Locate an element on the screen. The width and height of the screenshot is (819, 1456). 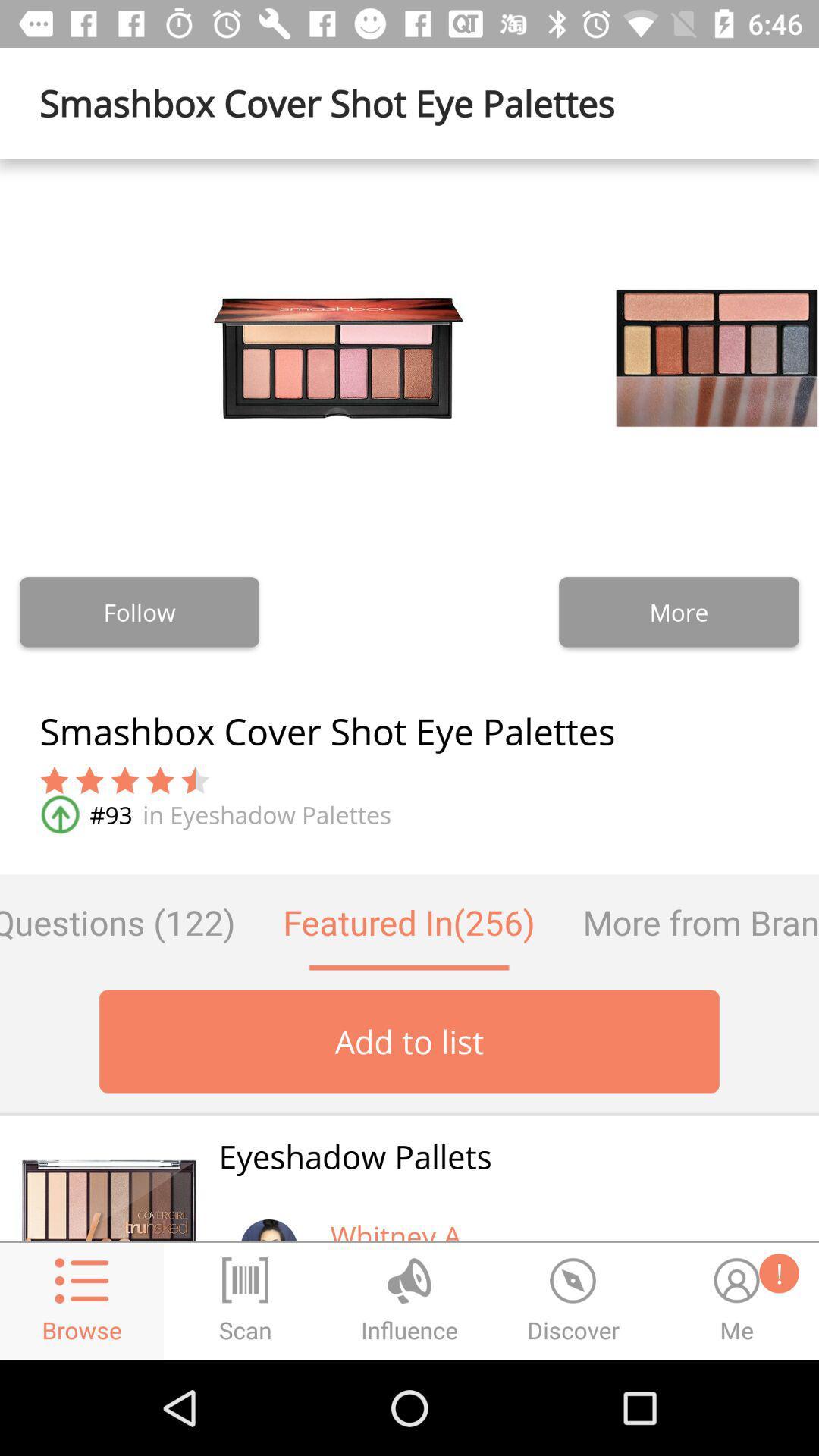
item to the right of the featured in(256) icon is located at coordinates (689, 921).